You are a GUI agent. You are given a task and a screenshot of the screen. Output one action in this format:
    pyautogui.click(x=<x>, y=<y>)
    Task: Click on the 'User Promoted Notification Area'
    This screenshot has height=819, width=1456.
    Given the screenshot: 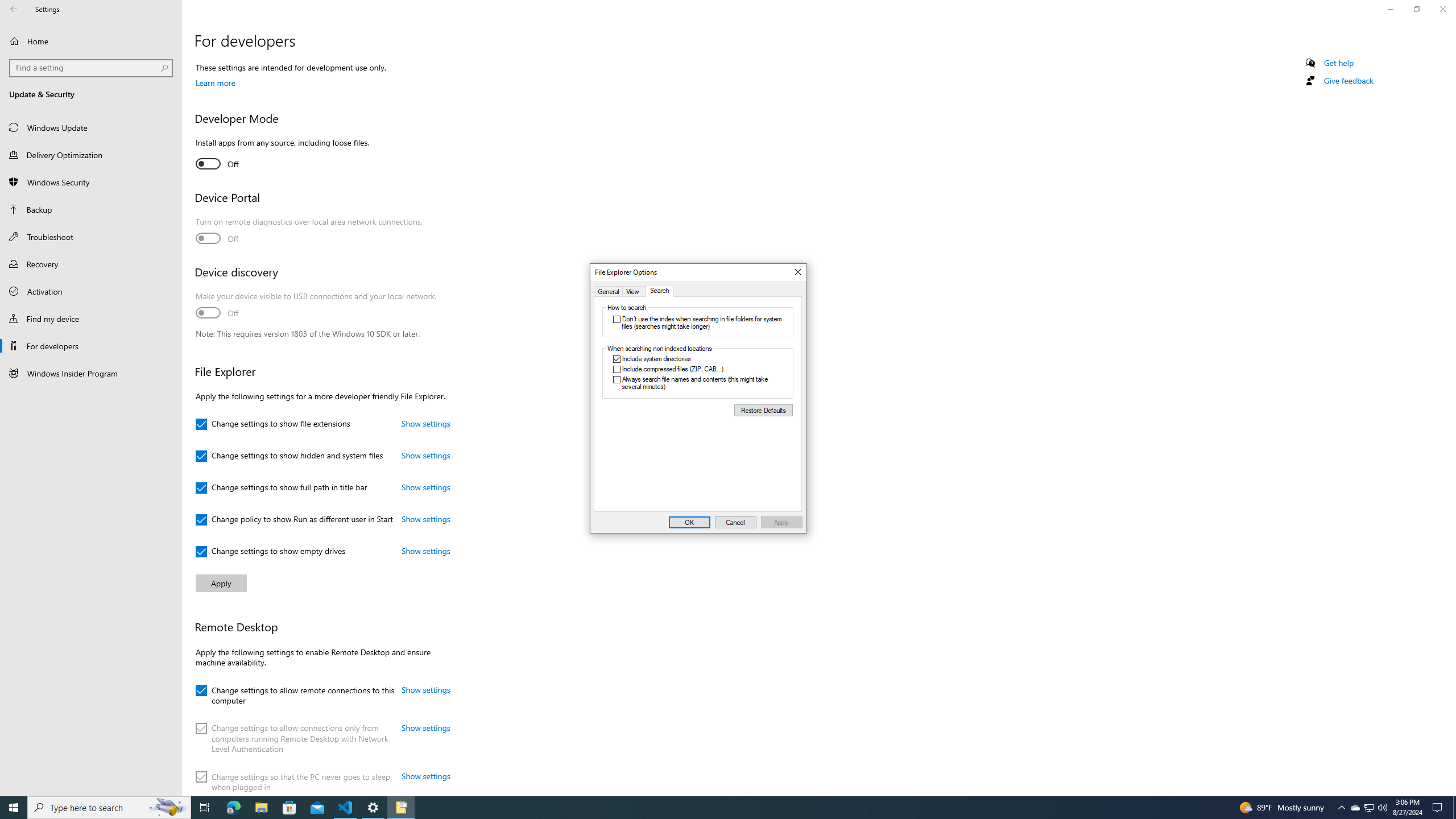 What is the action you would take?
    pyautogui.click(x=1368, y=806)
    